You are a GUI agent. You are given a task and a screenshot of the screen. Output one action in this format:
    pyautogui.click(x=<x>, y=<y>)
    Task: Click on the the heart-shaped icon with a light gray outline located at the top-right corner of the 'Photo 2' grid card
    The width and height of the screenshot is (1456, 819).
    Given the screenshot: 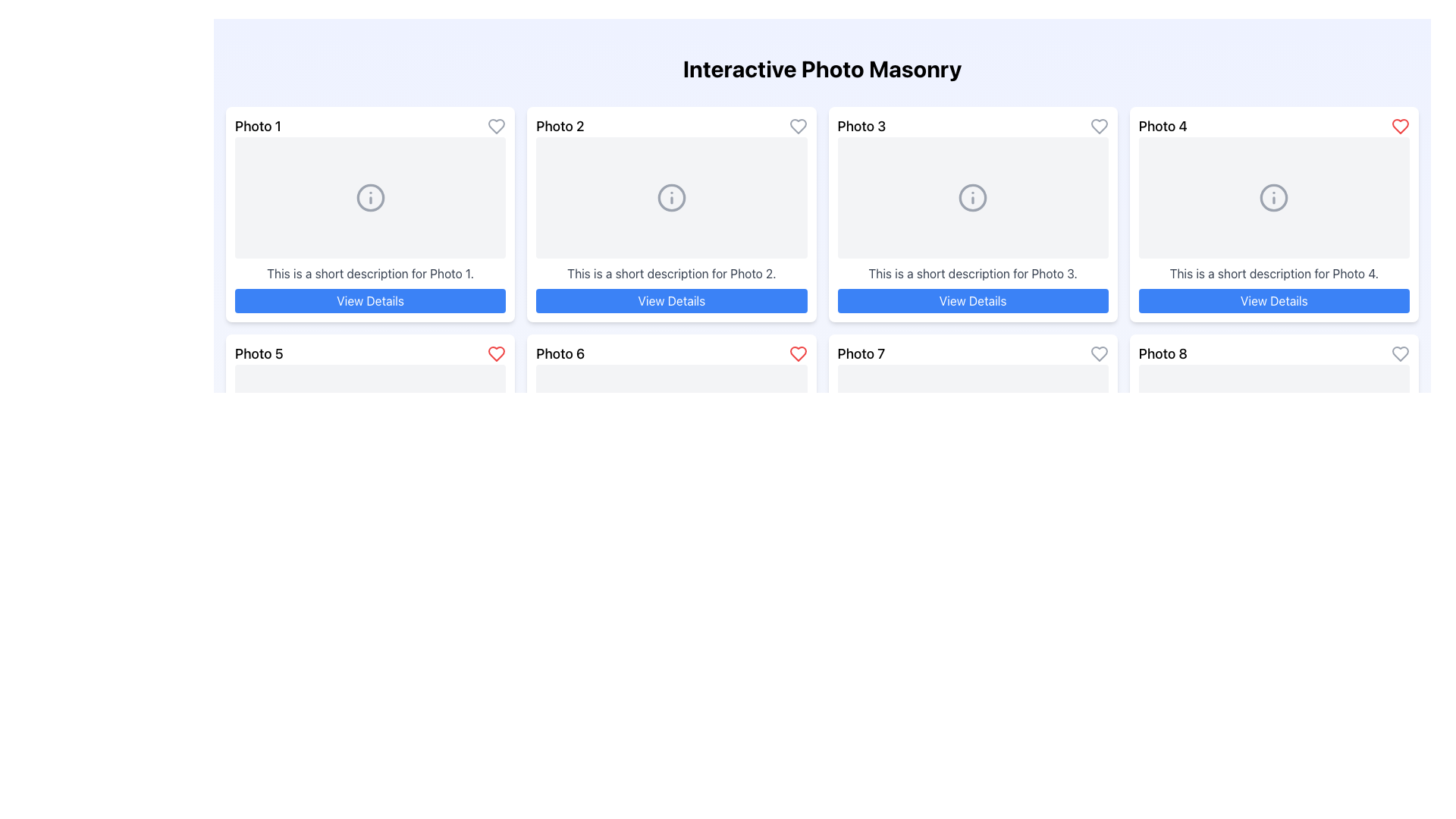 What is the action you would take?
    pyautogui.click(x=797, y=125)
    